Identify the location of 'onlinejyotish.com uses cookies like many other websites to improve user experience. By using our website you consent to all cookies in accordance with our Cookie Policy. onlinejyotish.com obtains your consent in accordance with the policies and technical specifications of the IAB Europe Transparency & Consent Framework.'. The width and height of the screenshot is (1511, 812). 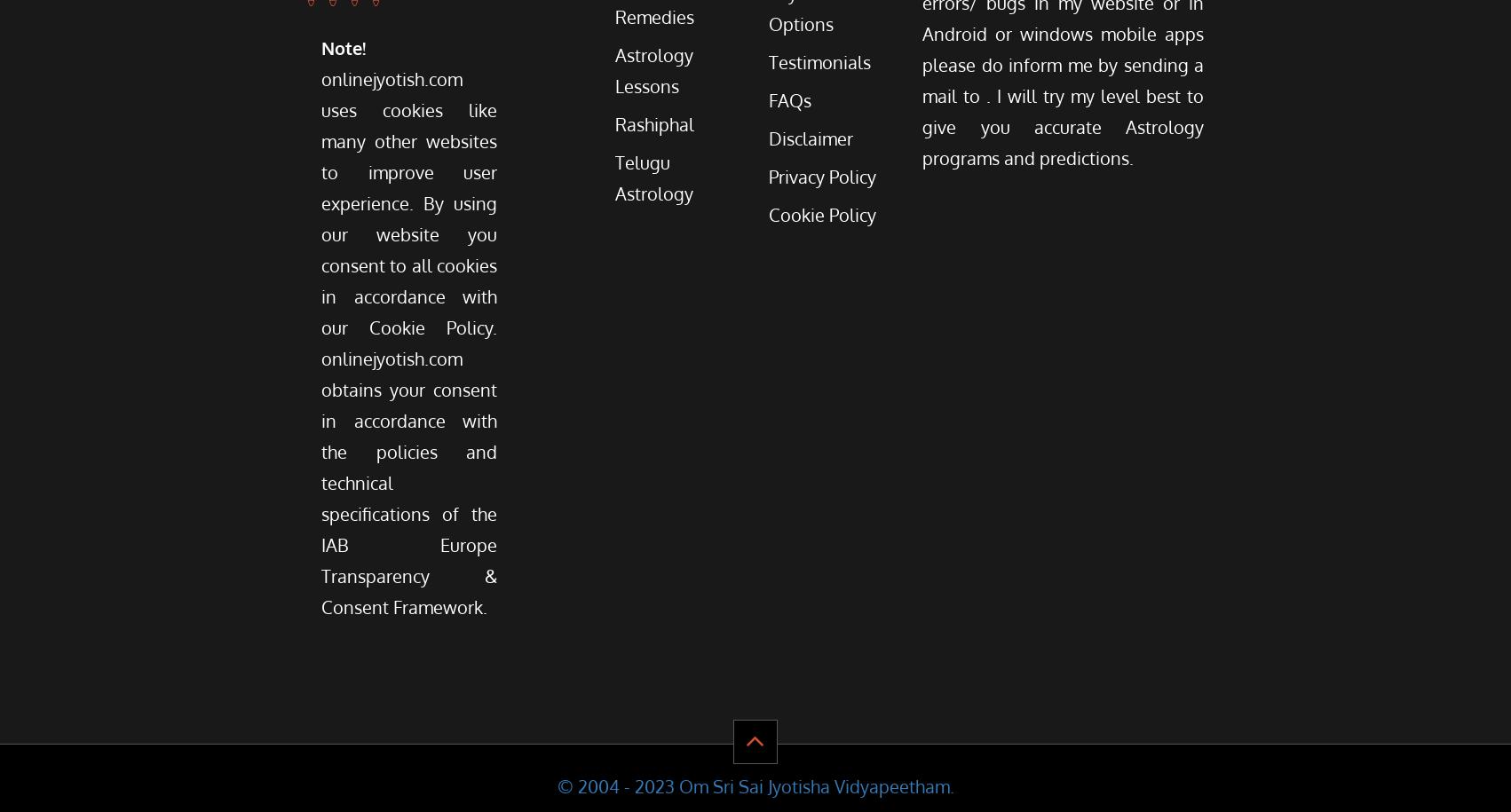
(321, 342).